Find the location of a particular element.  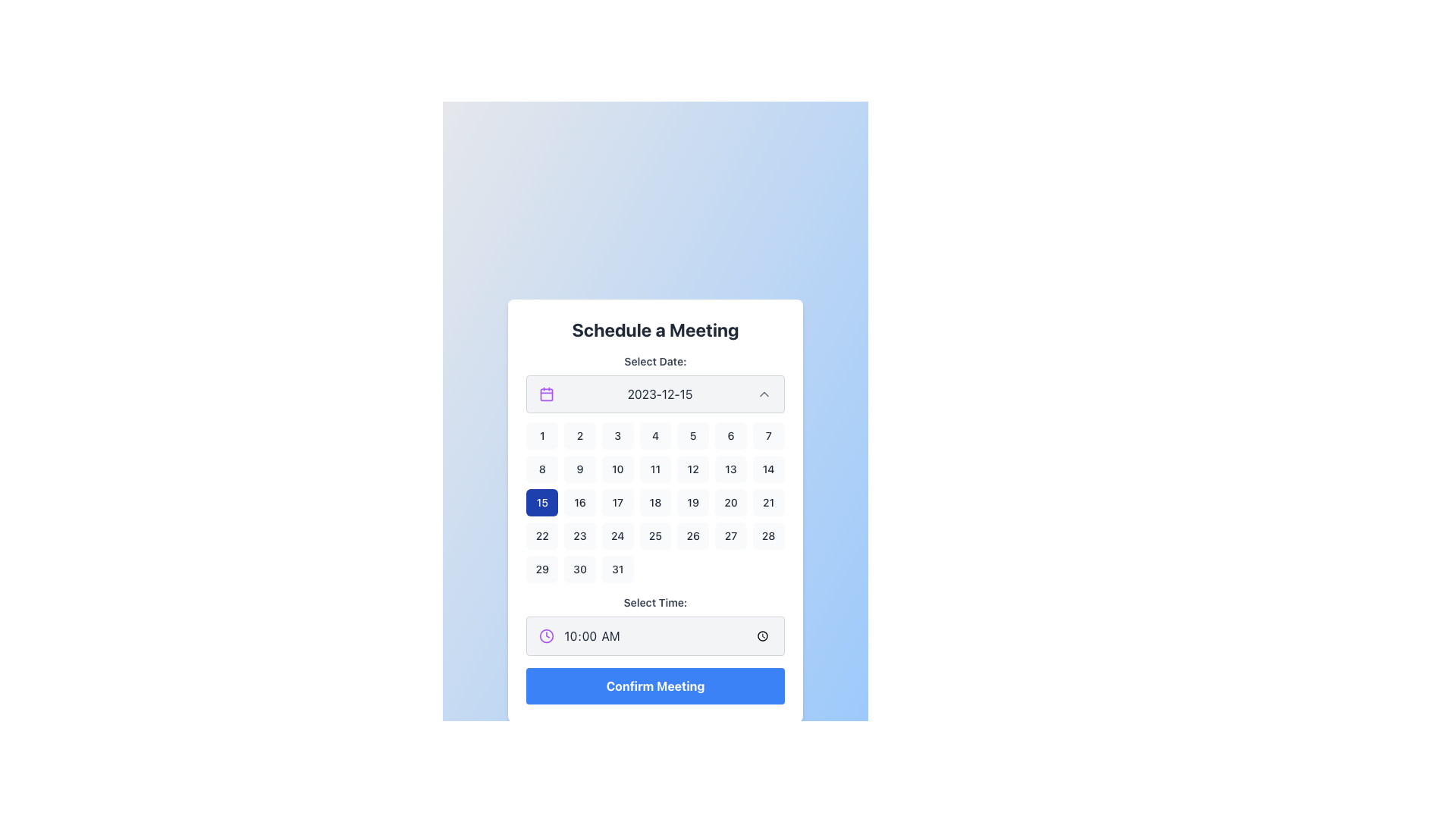

the button labeled '3' in the calendar grid is located at coordinates (617, 435).